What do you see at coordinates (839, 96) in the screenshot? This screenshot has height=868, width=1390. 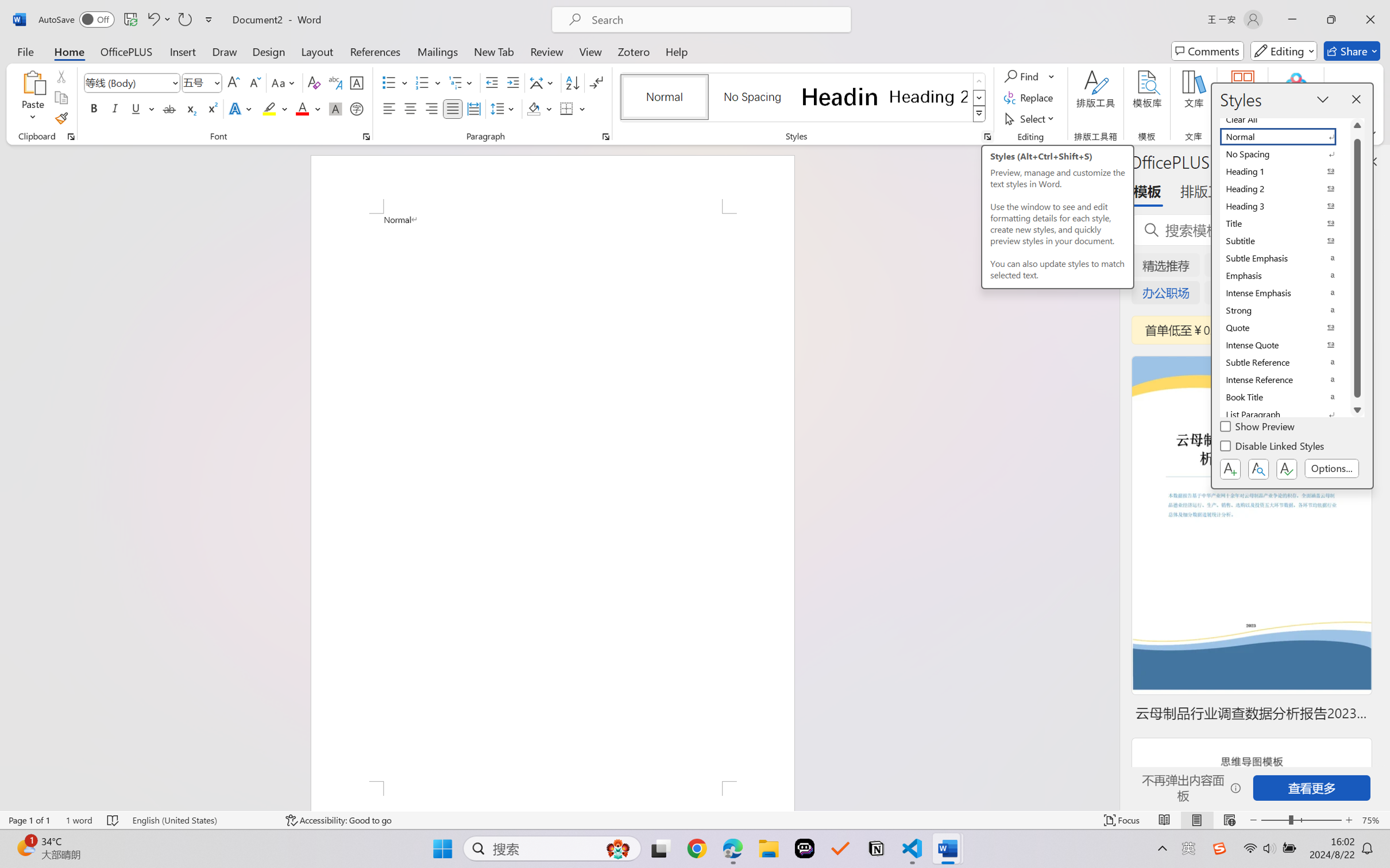 I see `'Heading 1'` at bounding box center [839, 96].